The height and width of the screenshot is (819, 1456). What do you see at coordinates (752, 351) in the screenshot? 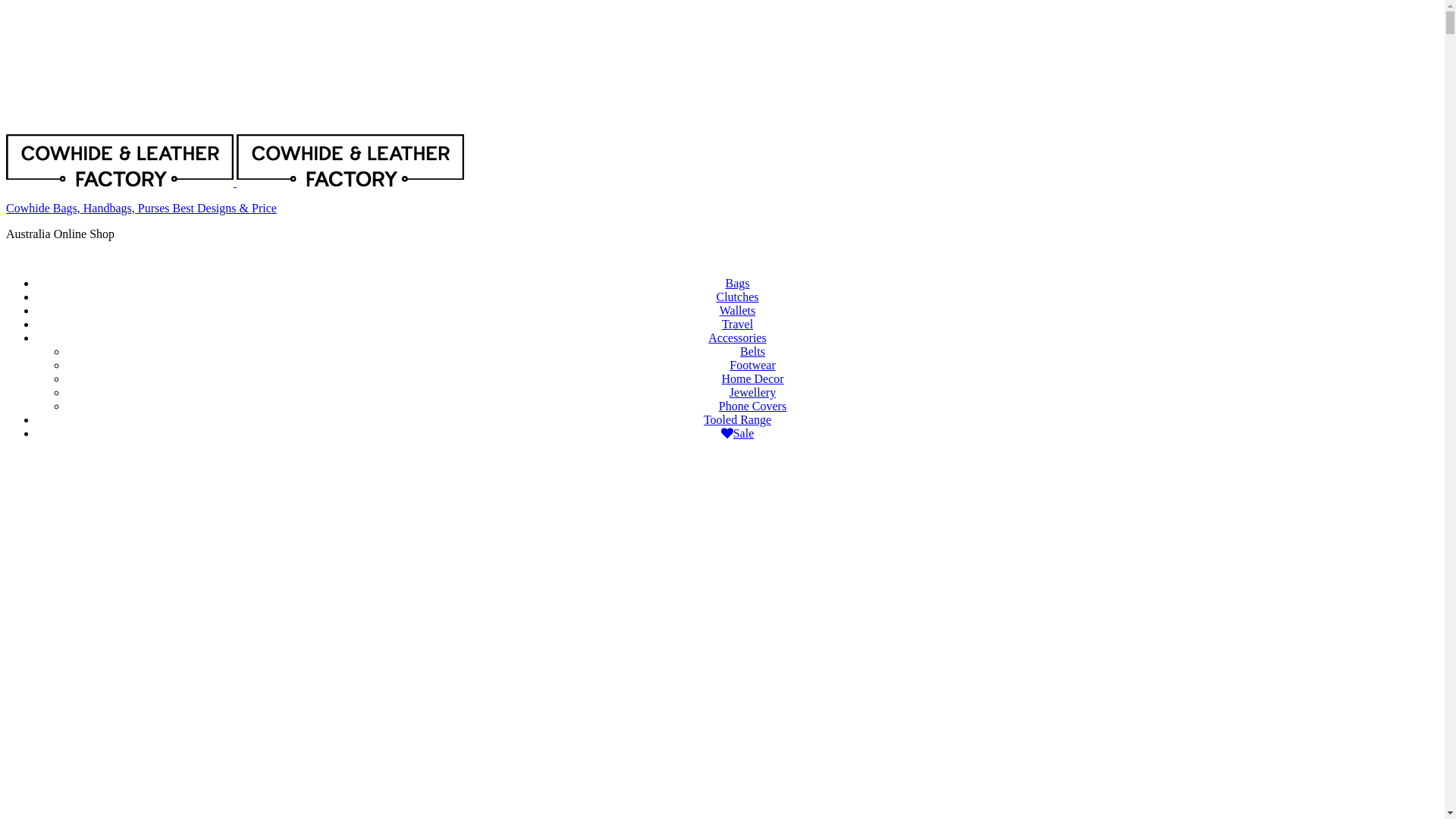
I see `'Belts'` at bounding box center [752, 351].